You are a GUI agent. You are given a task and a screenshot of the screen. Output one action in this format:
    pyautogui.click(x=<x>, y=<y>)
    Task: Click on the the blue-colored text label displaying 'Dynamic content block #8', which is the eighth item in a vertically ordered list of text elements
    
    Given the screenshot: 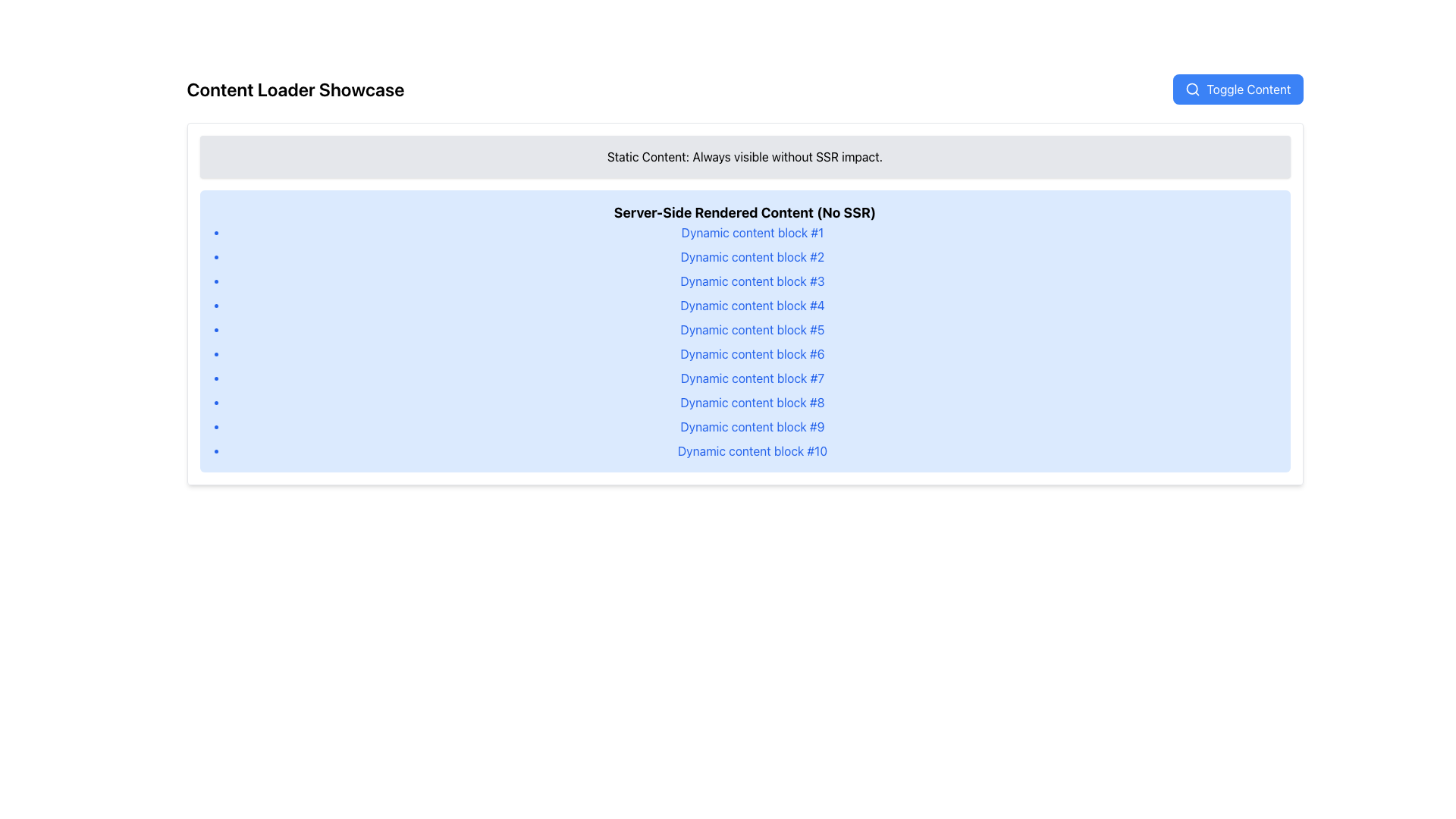 What is the action you would take?
    pyautogui.click(x=752, y=402)
    